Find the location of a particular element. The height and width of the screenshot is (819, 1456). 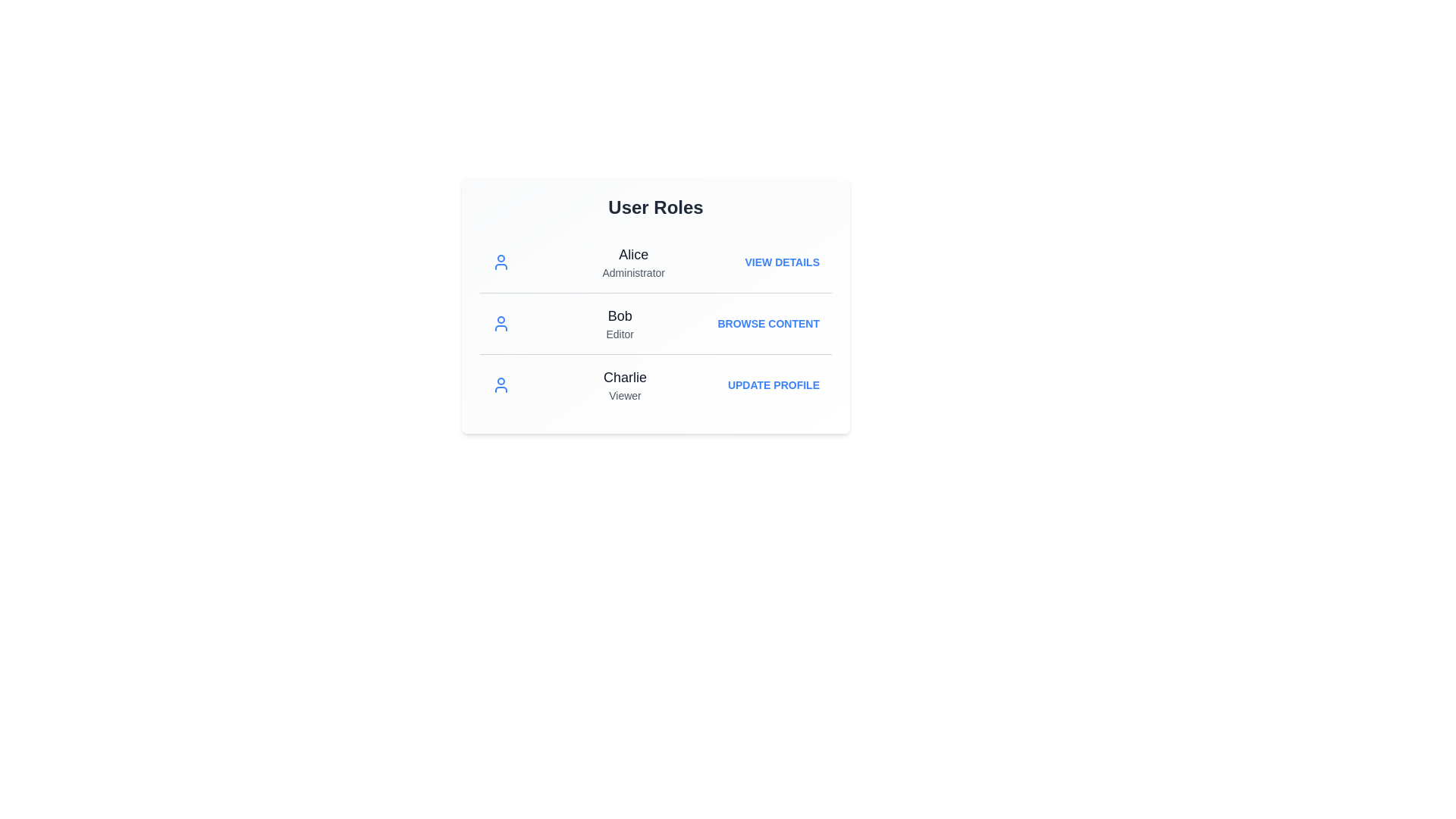

the Text display element that shows the name and role of a user in the user management section, positioned between an icon and a bold blue 'Update Profile' link is located at coordinates (625, 384).